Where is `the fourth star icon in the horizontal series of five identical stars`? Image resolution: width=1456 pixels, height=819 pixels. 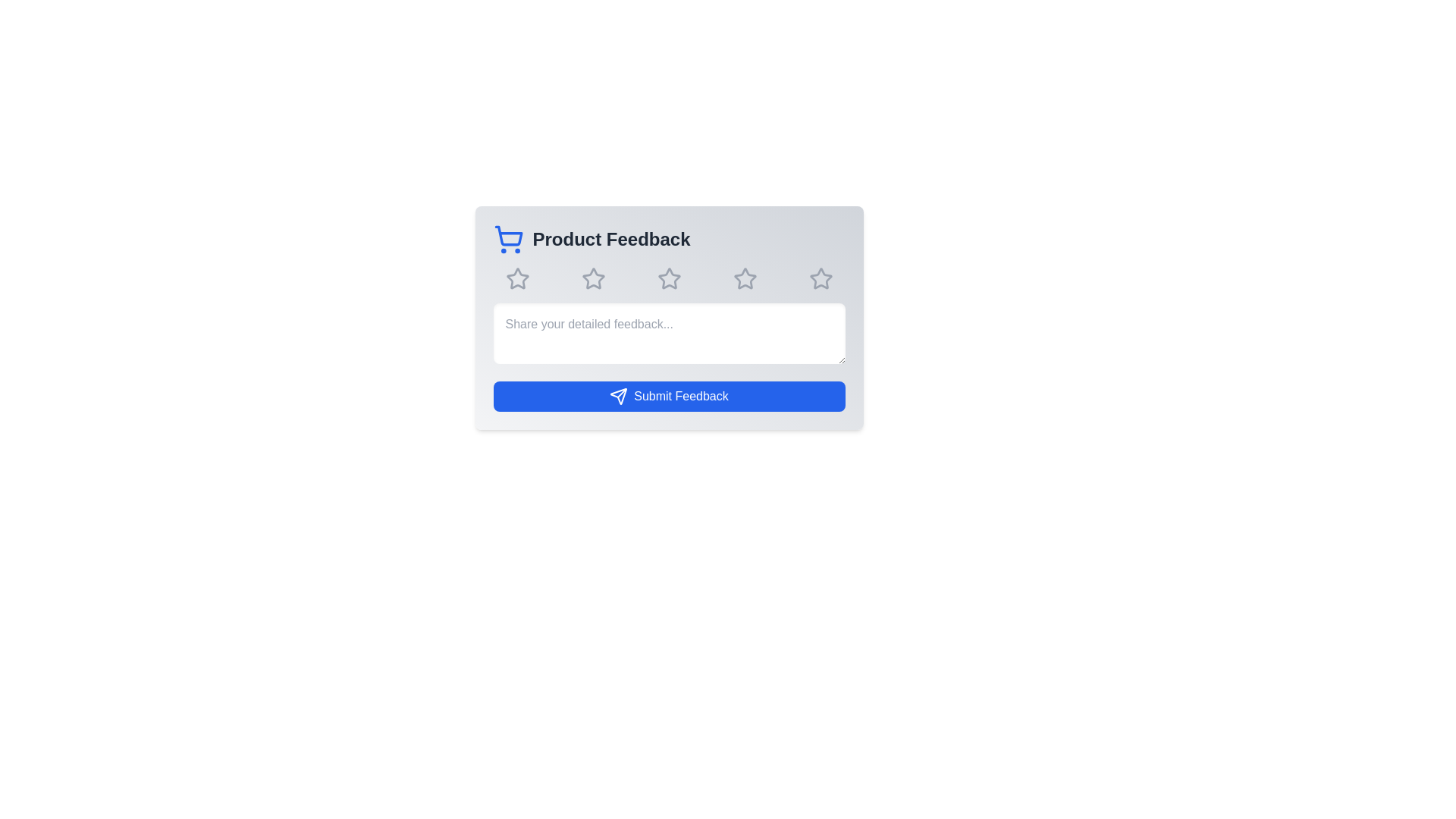 the fourth star icon in the horizontal series of five identical stars is located at coordinates (745, 278).